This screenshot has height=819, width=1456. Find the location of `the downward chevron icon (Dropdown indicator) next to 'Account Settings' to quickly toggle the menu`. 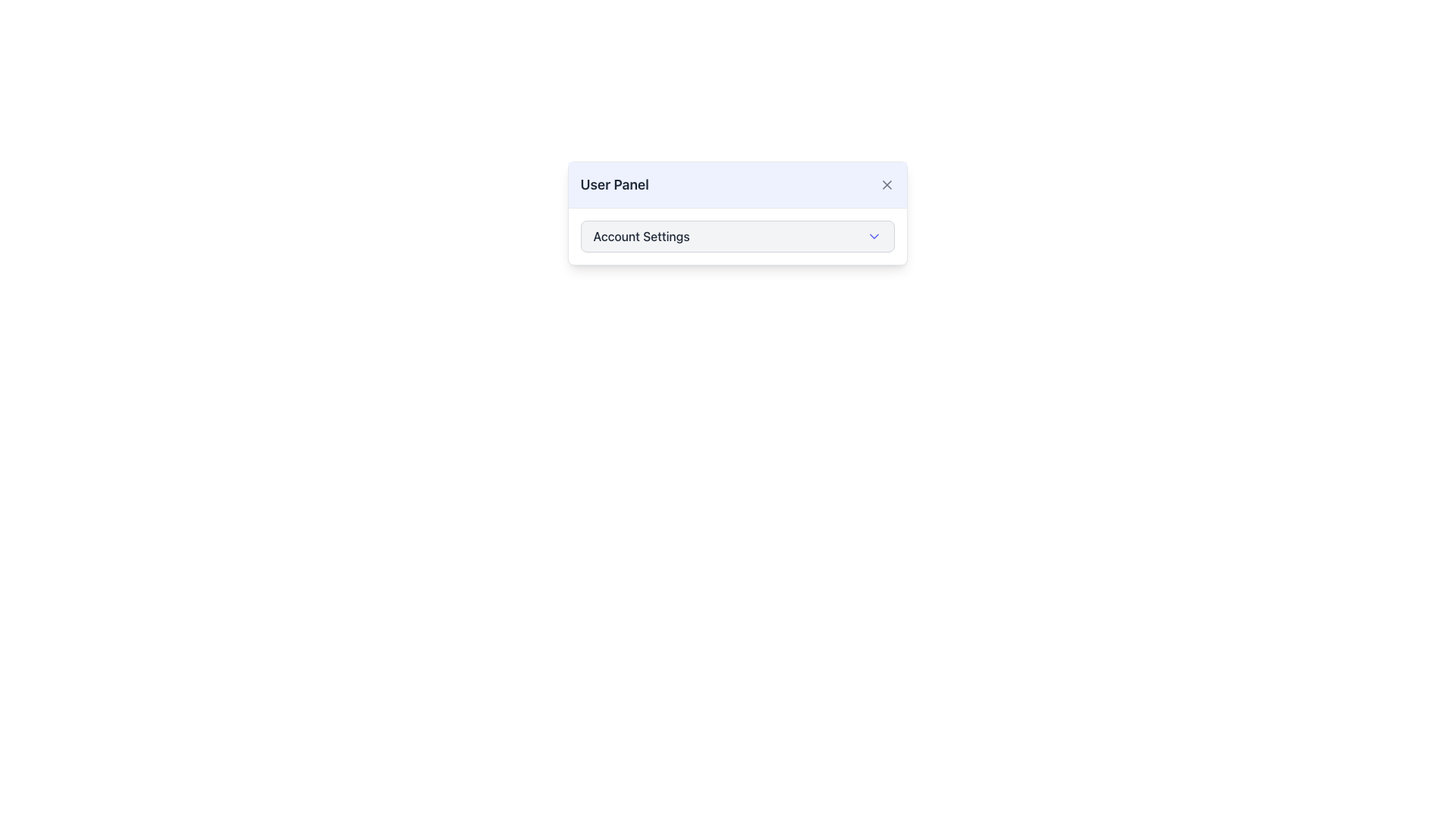

the downward chevron icon (Dropdown indicator) next to 'Account Settings' to quickly toggle the menu is located at coordinates (874, 237).